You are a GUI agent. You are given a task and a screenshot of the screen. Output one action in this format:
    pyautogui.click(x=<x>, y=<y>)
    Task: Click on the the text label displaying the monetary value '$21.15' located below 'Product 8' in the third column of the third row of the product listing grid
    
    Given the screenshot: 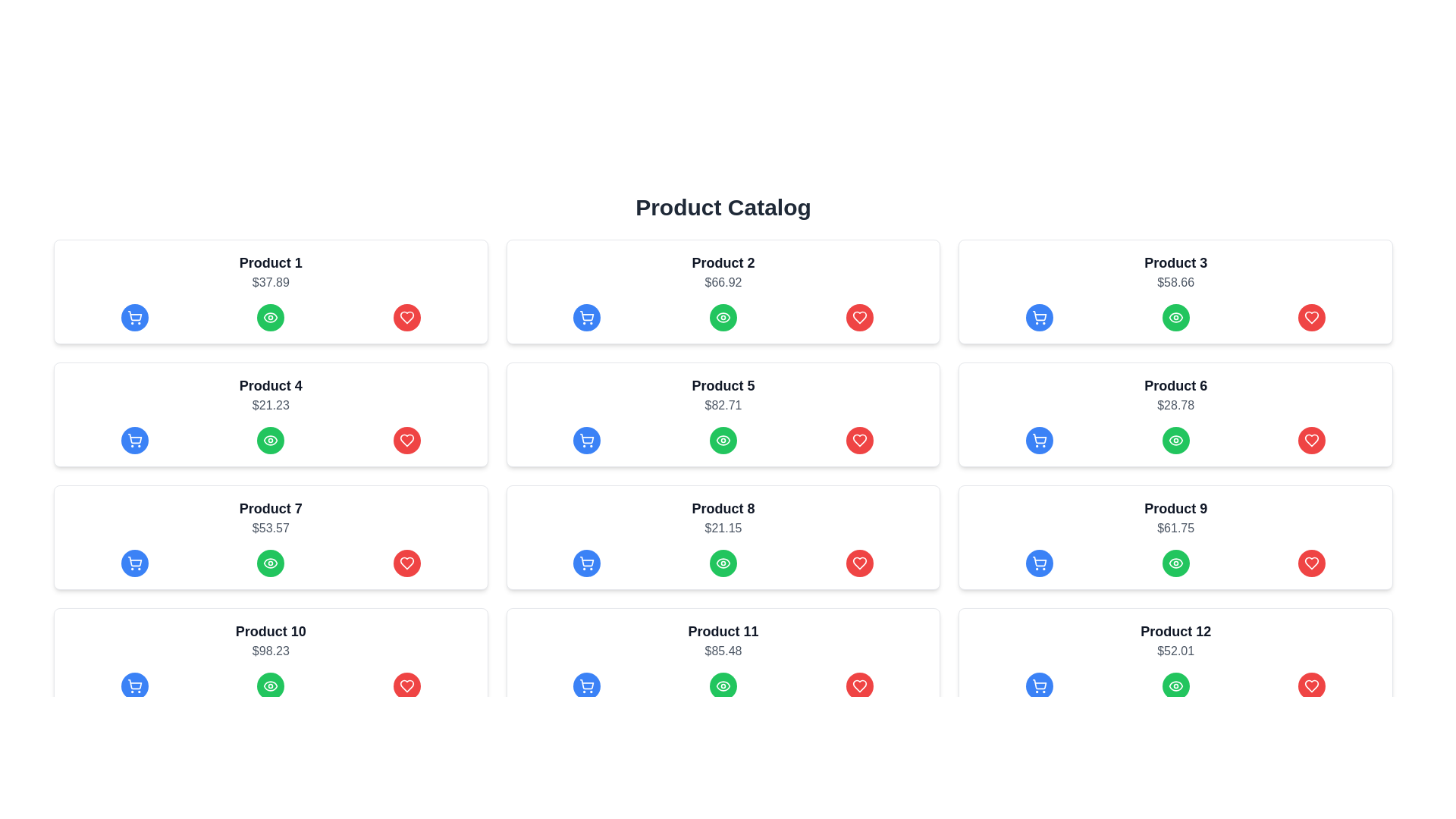 What is the action you would take?
    pyautogui.click(x=723, y=528)
    